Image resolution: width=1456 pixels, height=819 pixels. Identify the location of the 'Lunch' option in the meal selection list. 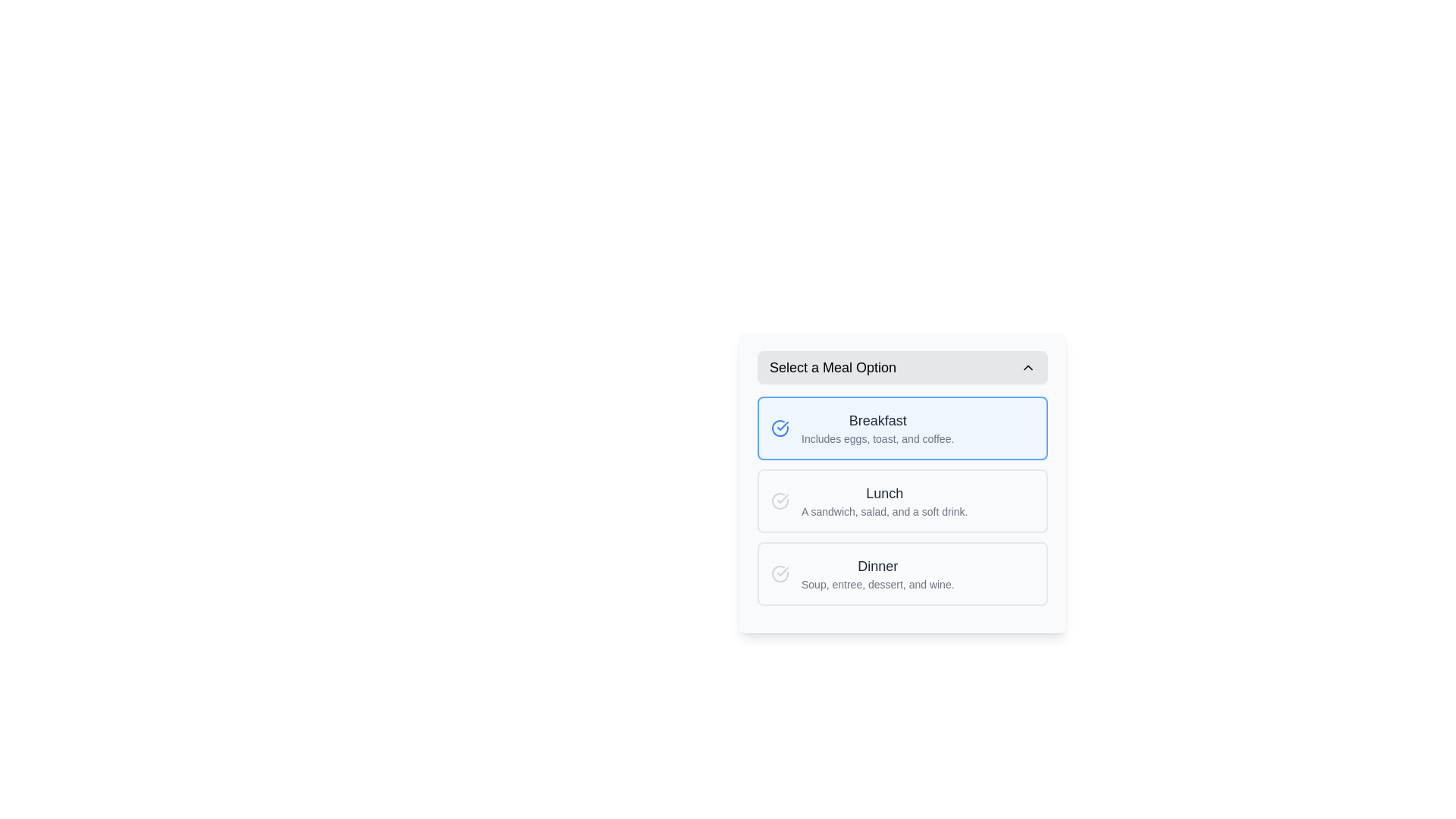
(902, 500).